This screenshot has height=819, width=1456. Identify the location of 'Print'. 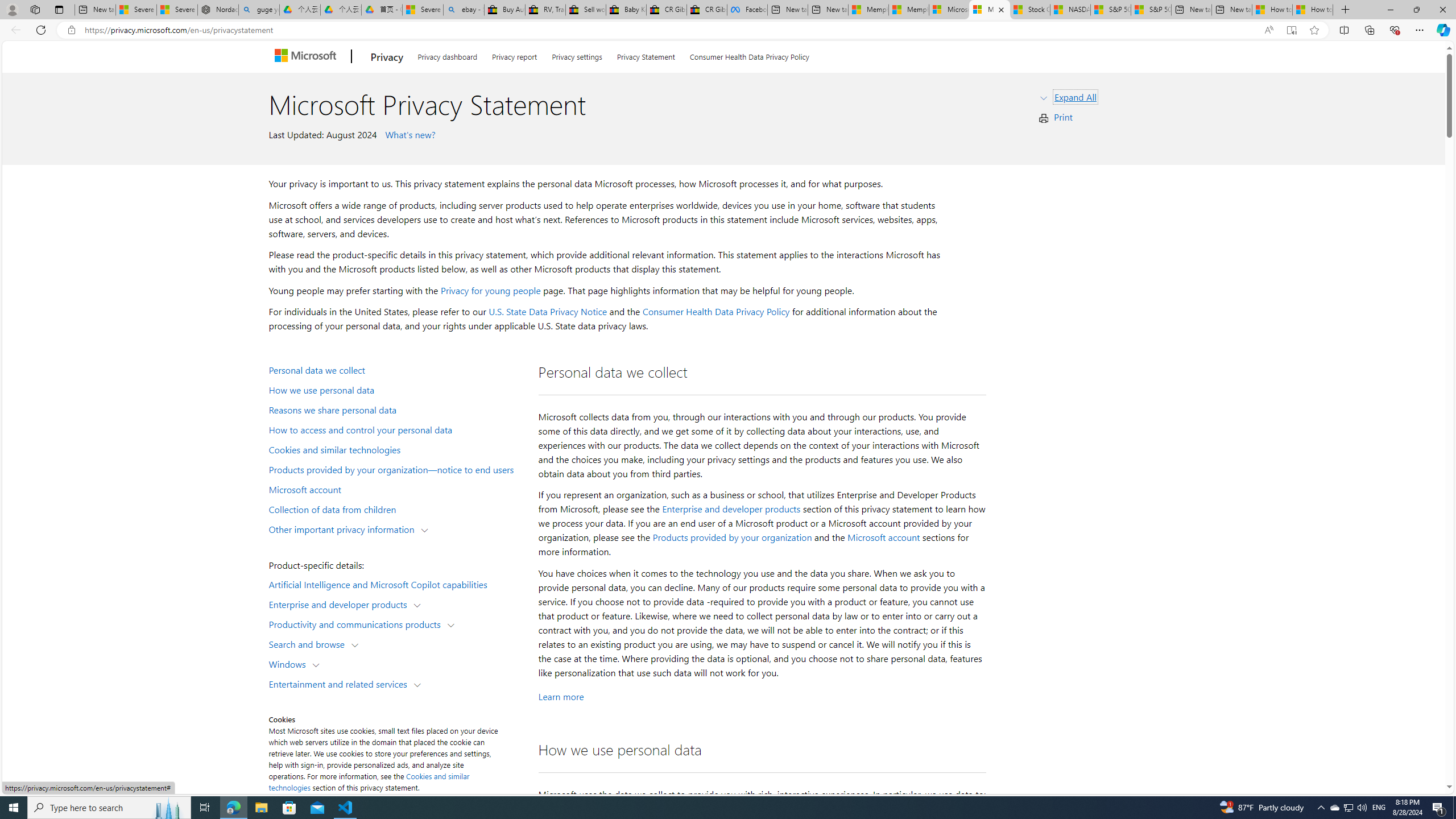
(1064, 116).